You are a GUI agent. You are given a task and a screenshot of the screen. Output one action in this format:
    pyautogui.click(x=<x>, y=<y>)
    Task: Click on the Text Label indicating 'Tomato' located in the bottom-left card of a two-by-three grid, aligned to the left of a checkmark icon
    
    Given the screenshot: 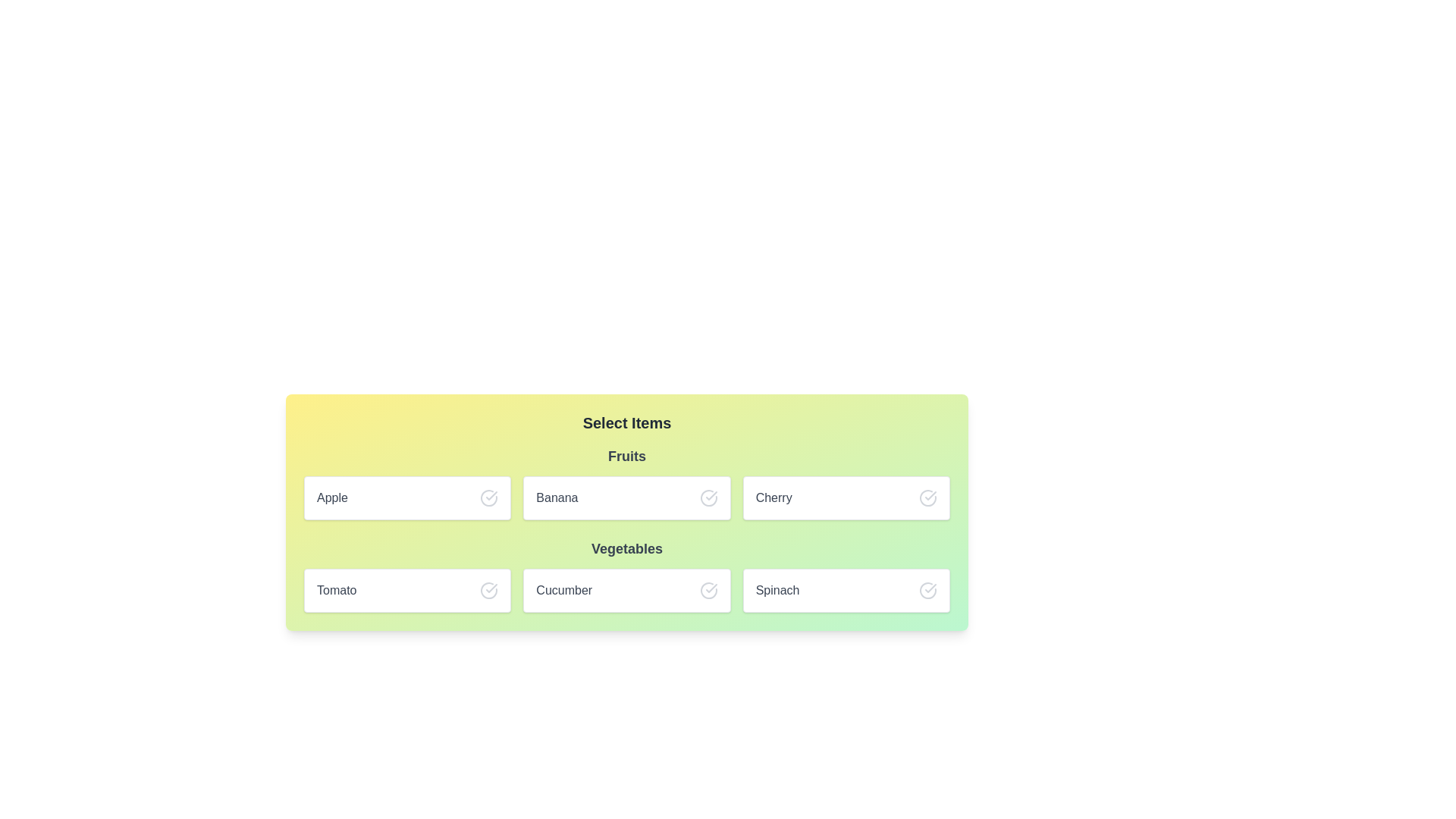 What is the action you would take?
    pyautogui.click(x=336, y=590)
    